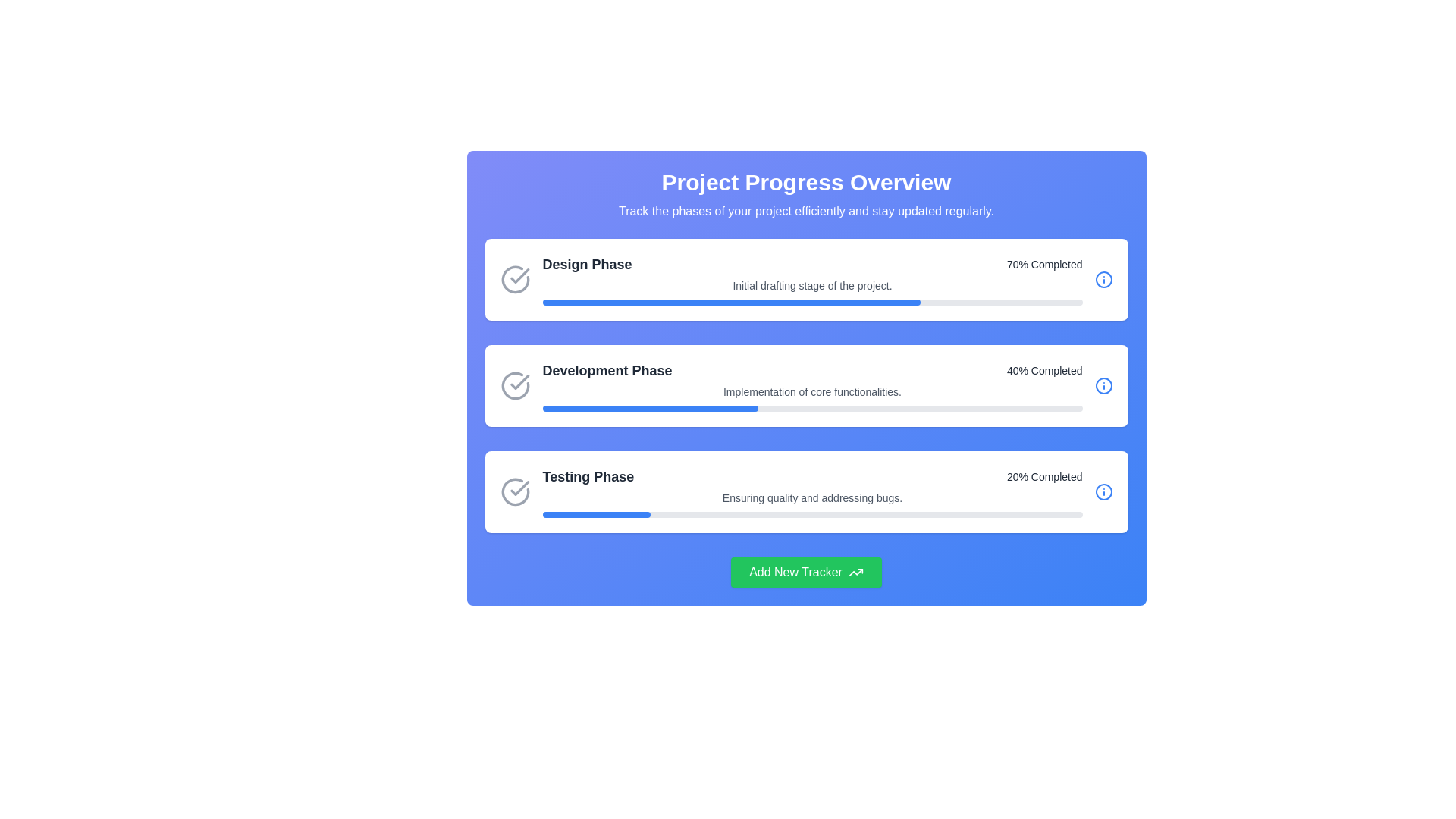 This screenshot has width=1456, height=819. I want to click on the horizontal progress bar segment that represents 40% progress under the 'Development Phase' section, so click(650, 408).